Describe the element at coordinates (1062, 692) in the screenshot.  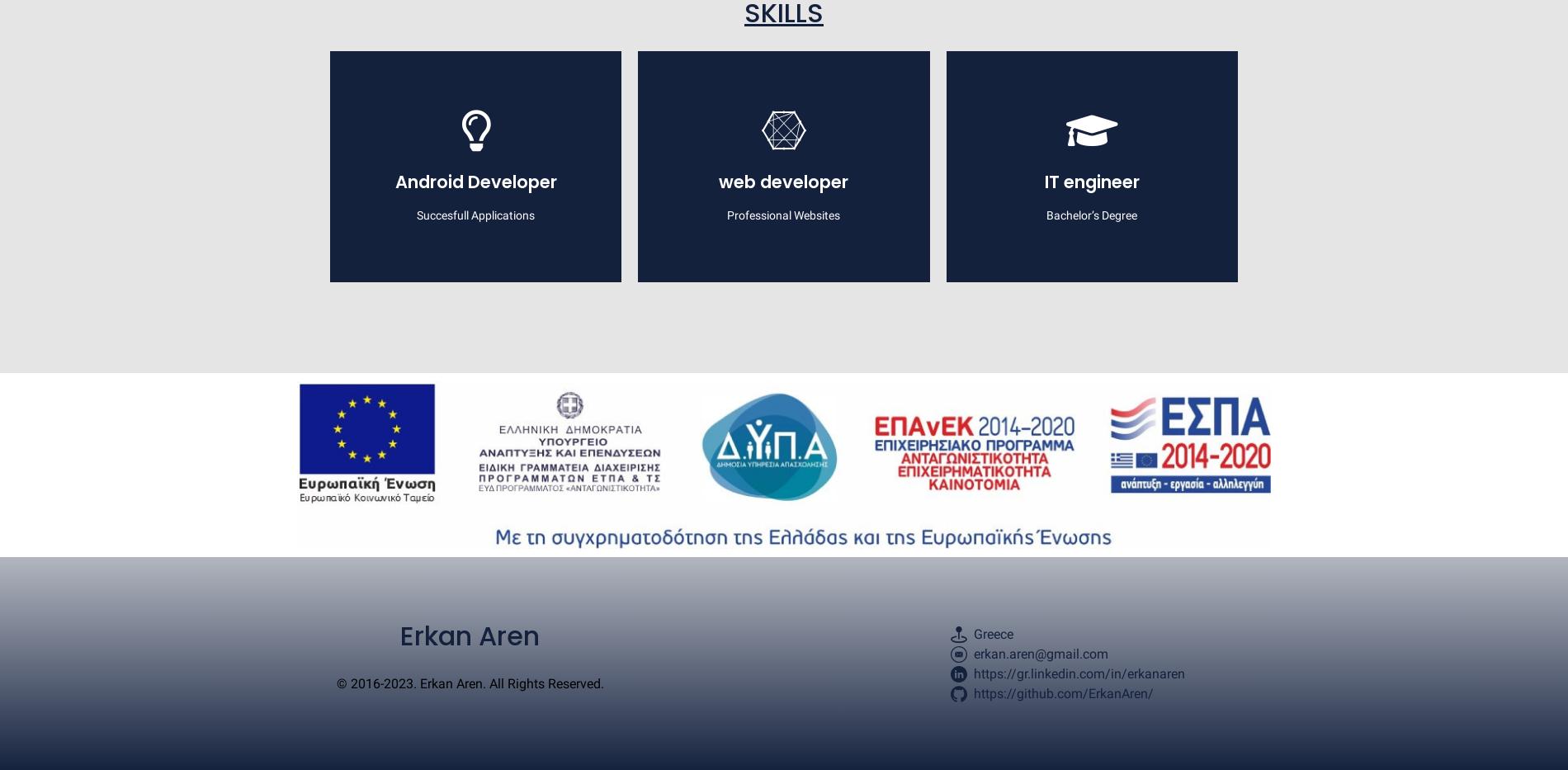
I see `'https://github.com/ErkanAren/'` at that location.